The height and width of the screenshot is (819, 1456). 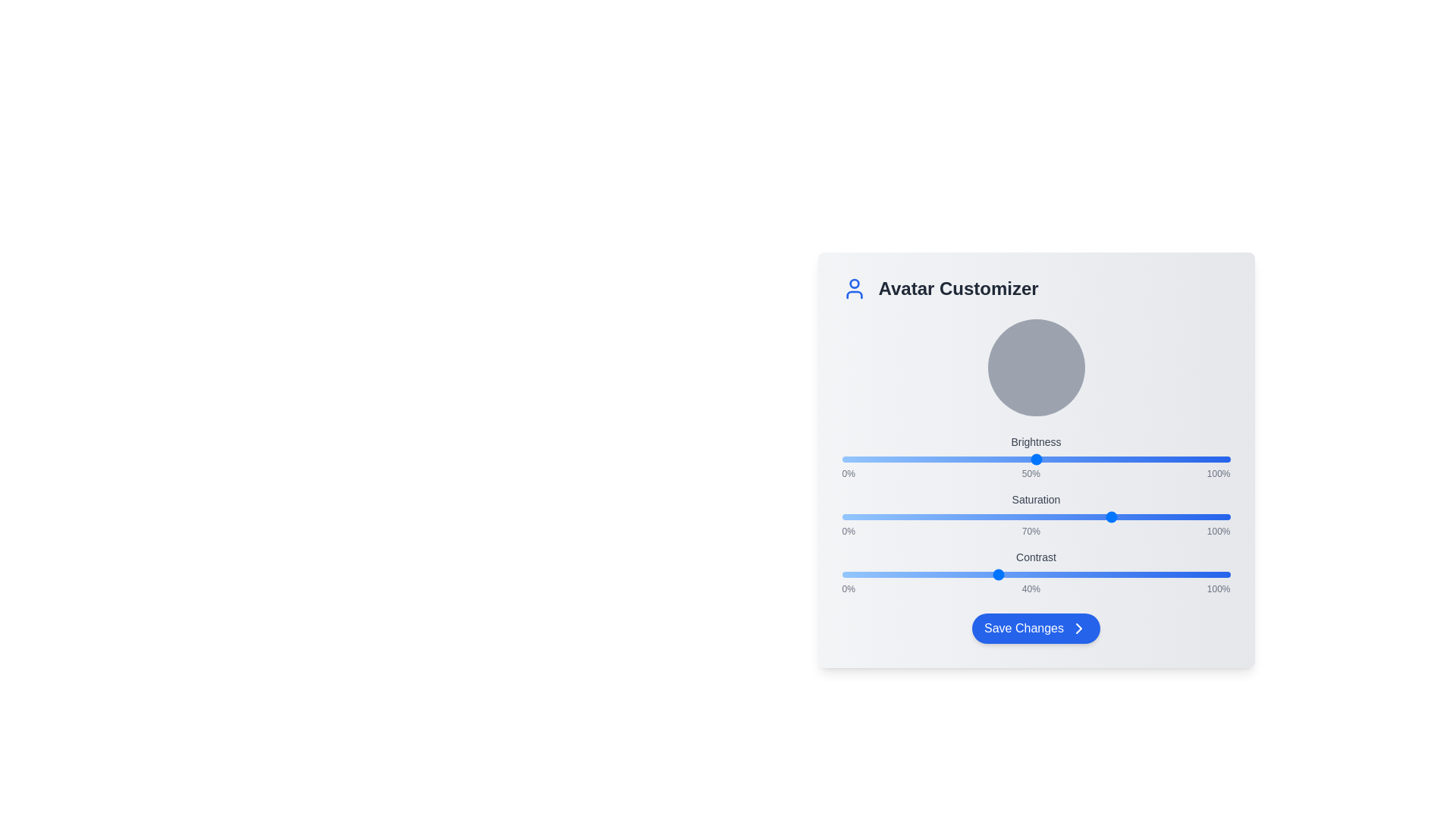 What do you see at coordinates (1159, 575) in the screenshot?
I see `the contrast slider to 82%` at bounding box center [1159, 575].